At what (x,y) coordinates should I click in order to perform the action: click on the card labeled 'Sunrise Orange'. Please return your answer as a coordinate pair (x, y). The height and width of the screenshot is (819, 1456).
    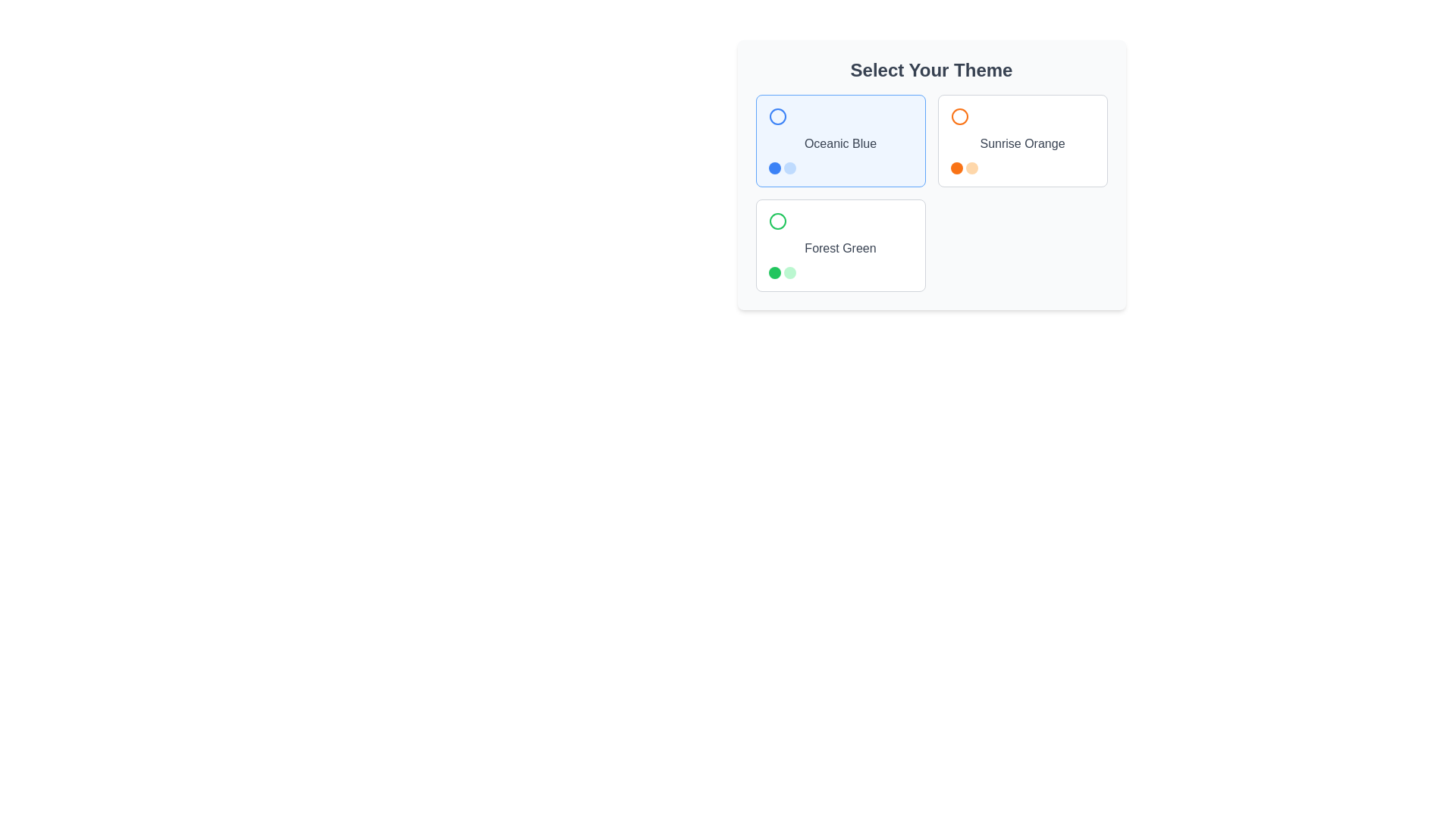
    Looking at the image, I should click on (1022, 140).